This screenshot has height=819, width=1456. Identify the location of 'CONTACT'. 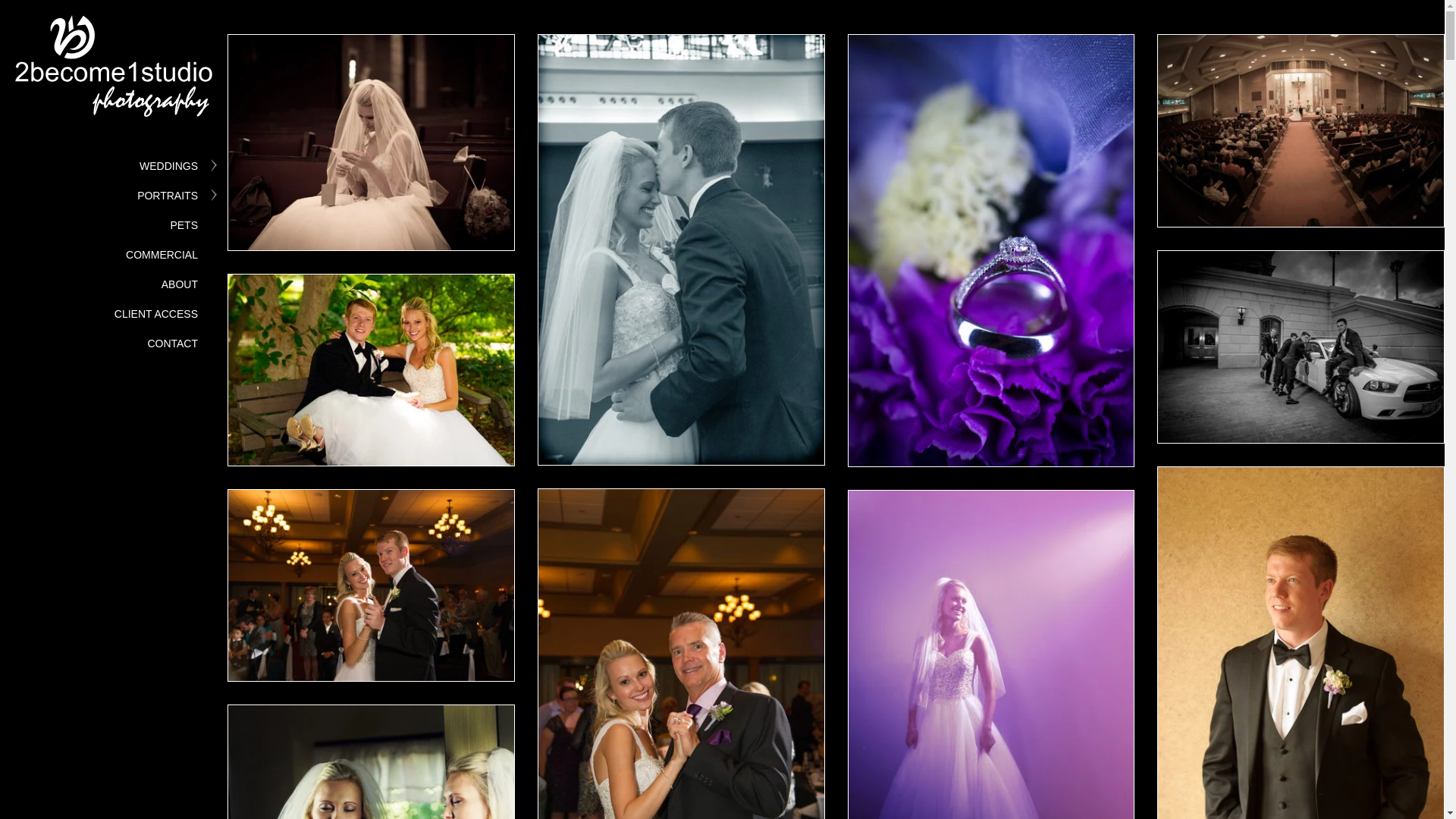
(172, 343).